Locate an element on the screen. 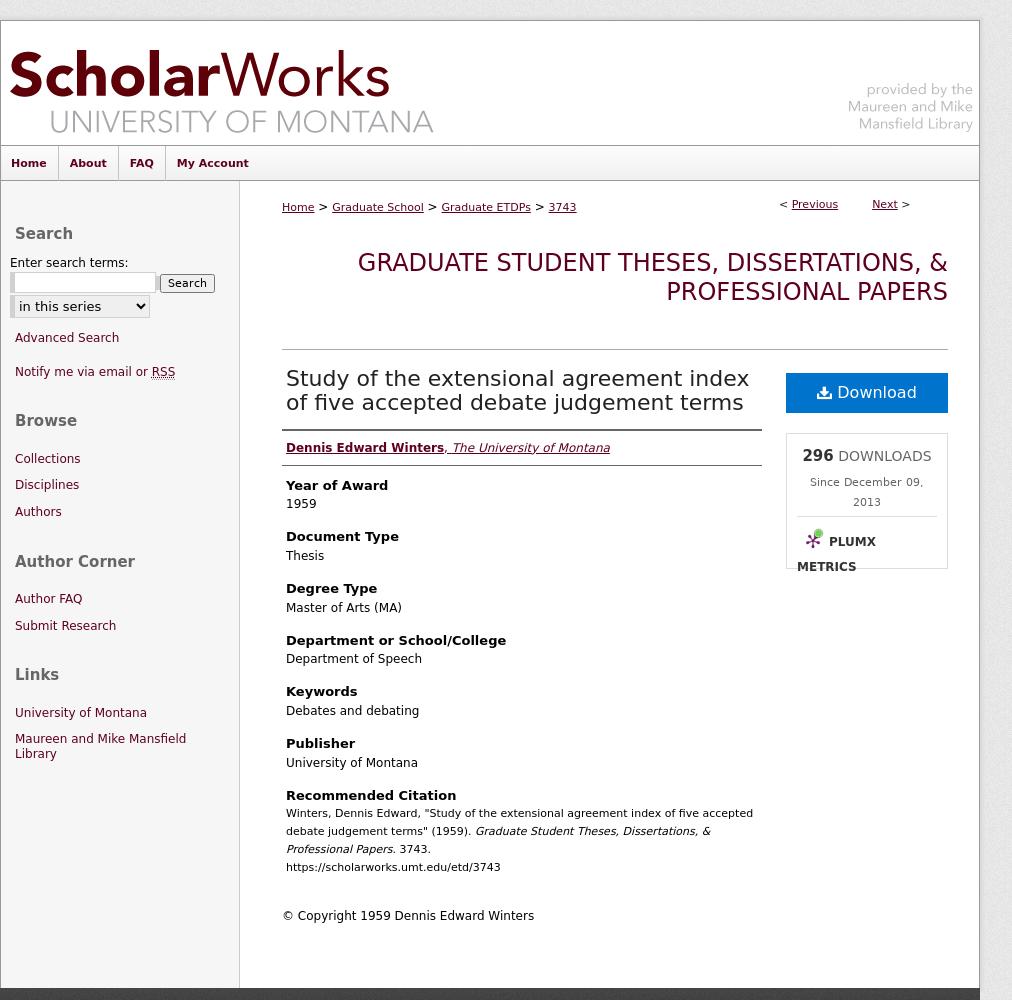  'Disciplines' is located at coordinates (45, 484).